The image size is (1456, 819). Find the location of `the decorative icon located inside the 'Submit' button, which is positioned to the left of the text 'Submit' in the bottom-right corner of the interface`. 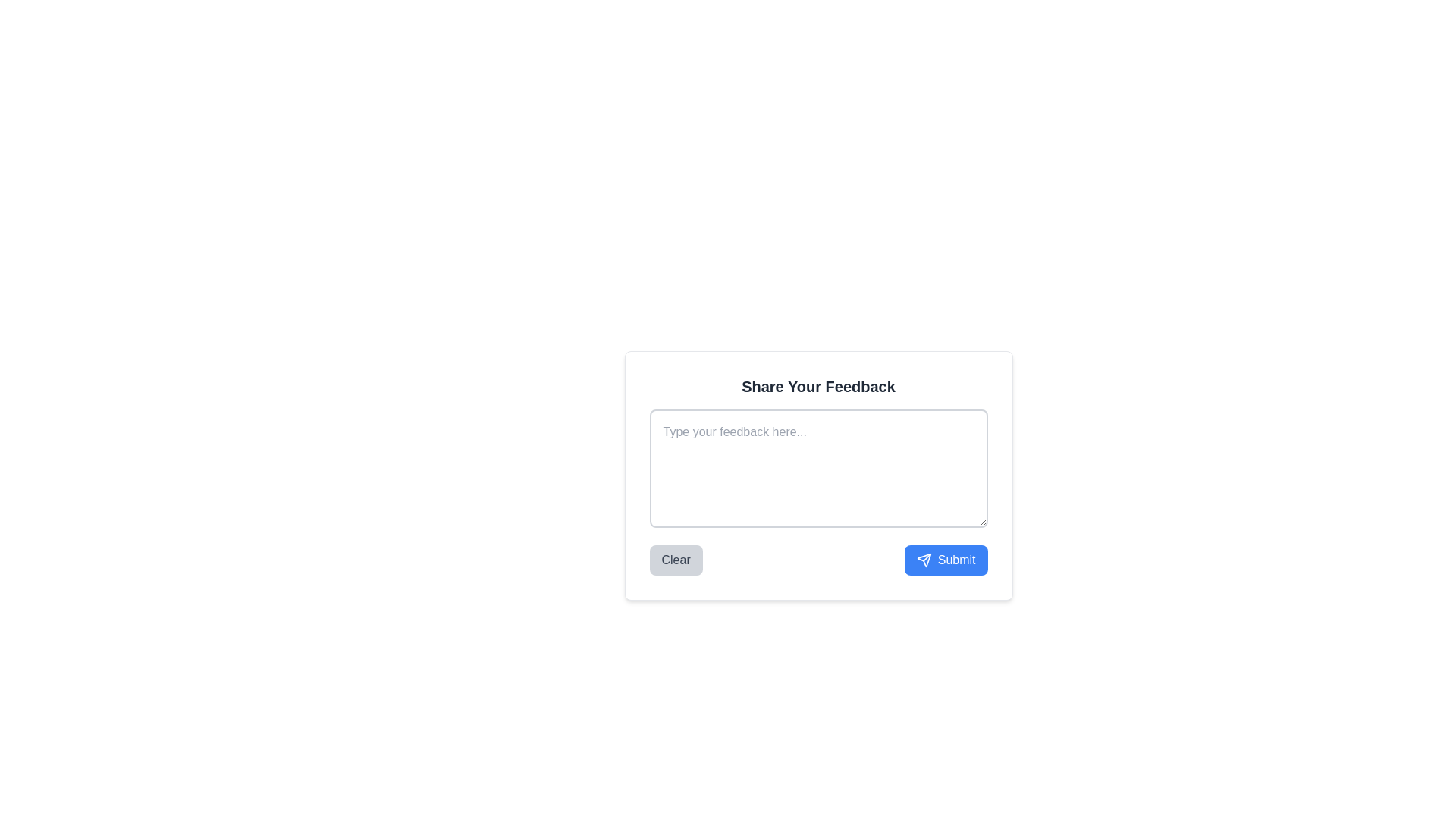

the decorative icon located inside the 'Submit' button, which is positioned to the left of the text 'Submit' in the bottom-right corner of the interface is located at coordinates (923, 560).